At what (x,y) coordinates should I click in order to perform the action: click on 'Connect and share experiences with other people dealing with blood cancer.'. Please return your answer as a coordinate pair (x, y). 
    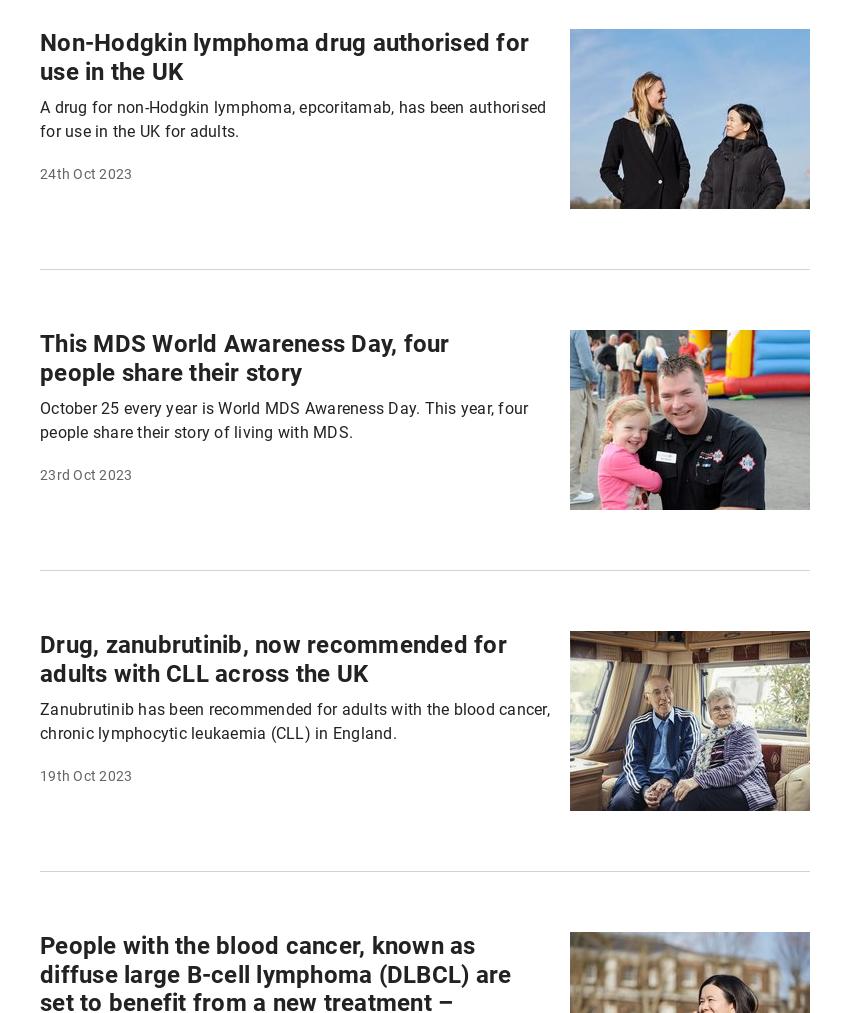
    Looking at the image, I should click on (315, 490).